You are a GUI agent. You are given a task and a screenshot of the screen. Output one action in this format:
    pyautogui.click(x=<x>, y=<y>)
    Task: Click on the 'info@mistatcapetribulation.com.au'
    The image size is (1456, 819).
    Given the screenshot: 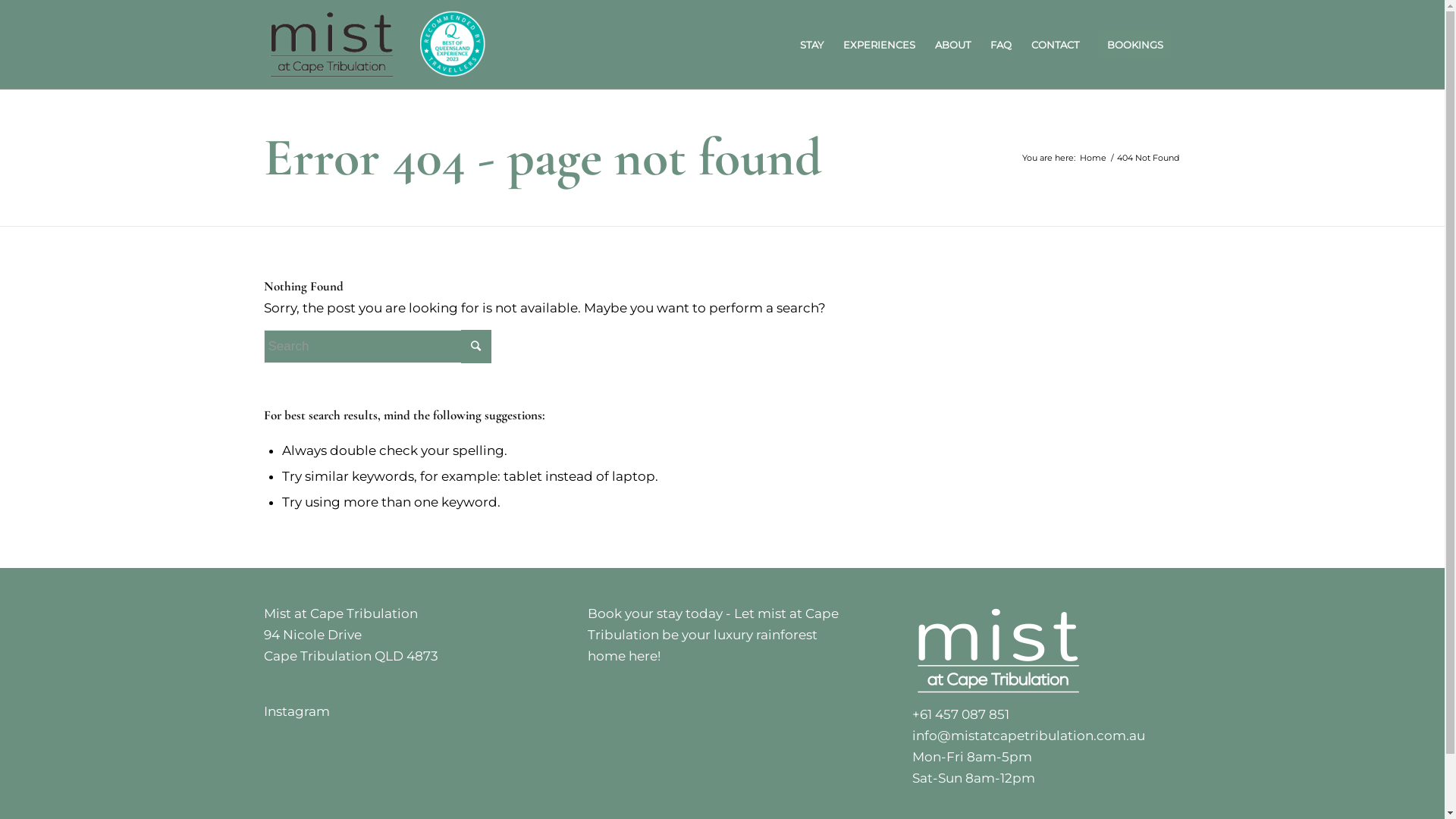 What is the action you would take?
    pyautogui.click(x=1028, y=734)
    